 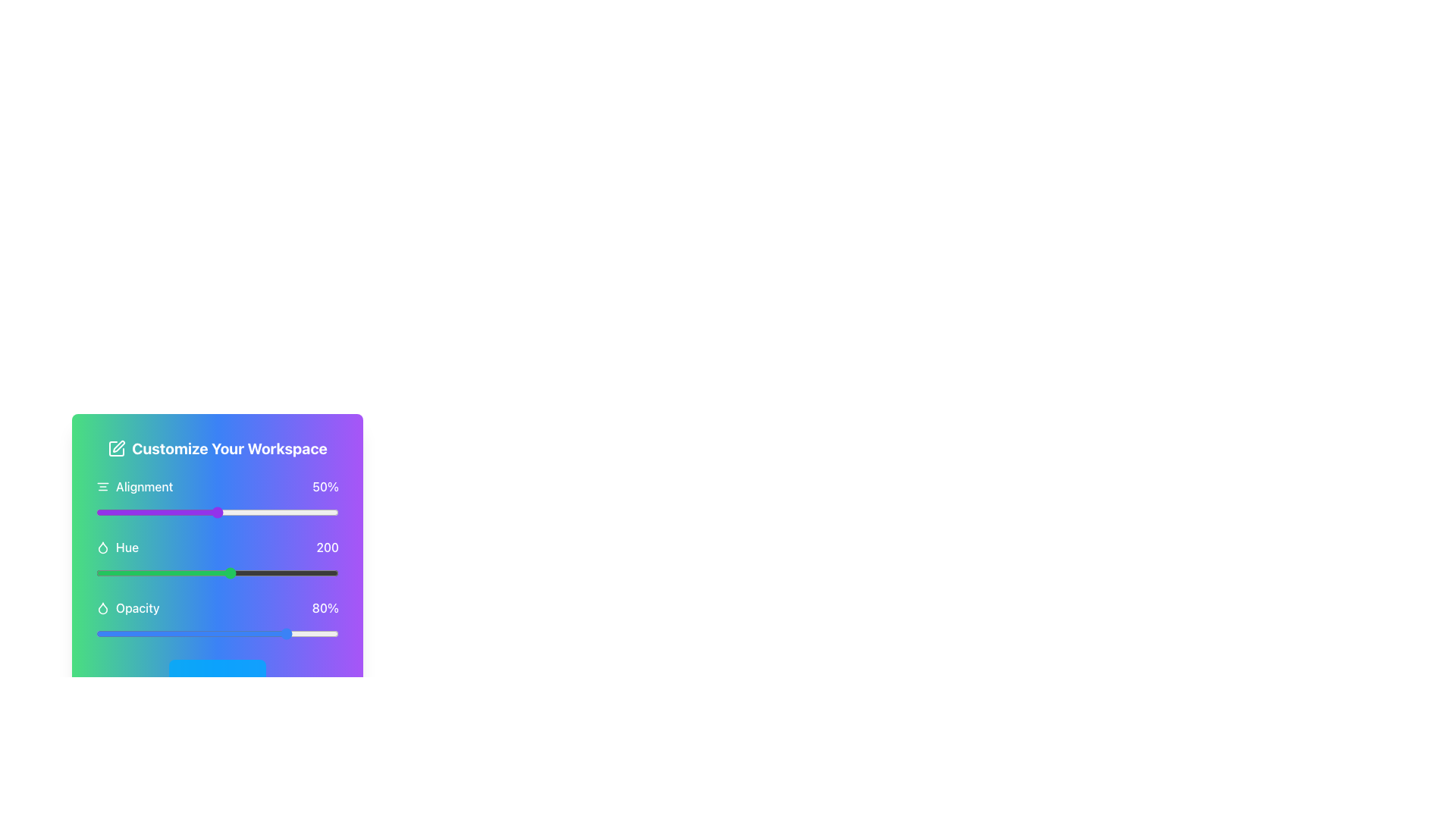 What do you see at coordinates (327, 547) in the screenshot?
I see `displayed value from the Text Label indicating the current value of the hue setting located in the 'Hue' section of the 'Customize Your Workspace' panel` at bounding box center [327, 547].